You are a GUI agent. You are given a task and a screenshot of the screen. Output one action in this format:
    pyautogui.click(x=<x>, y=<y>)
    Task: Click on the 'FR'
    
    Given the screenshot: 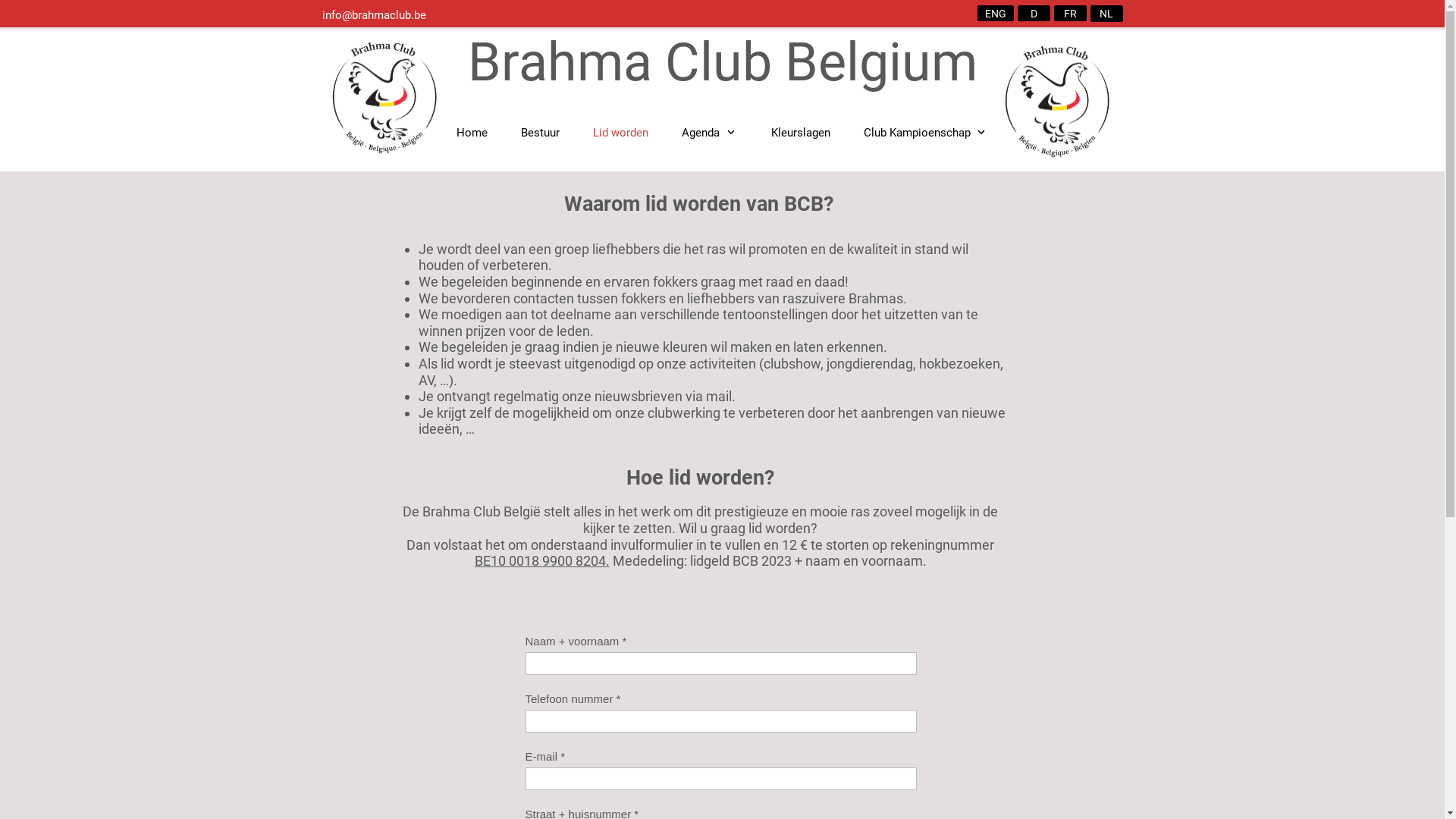 What is the action you would take?
    pyautogui.click(x=1069, y=13)
    